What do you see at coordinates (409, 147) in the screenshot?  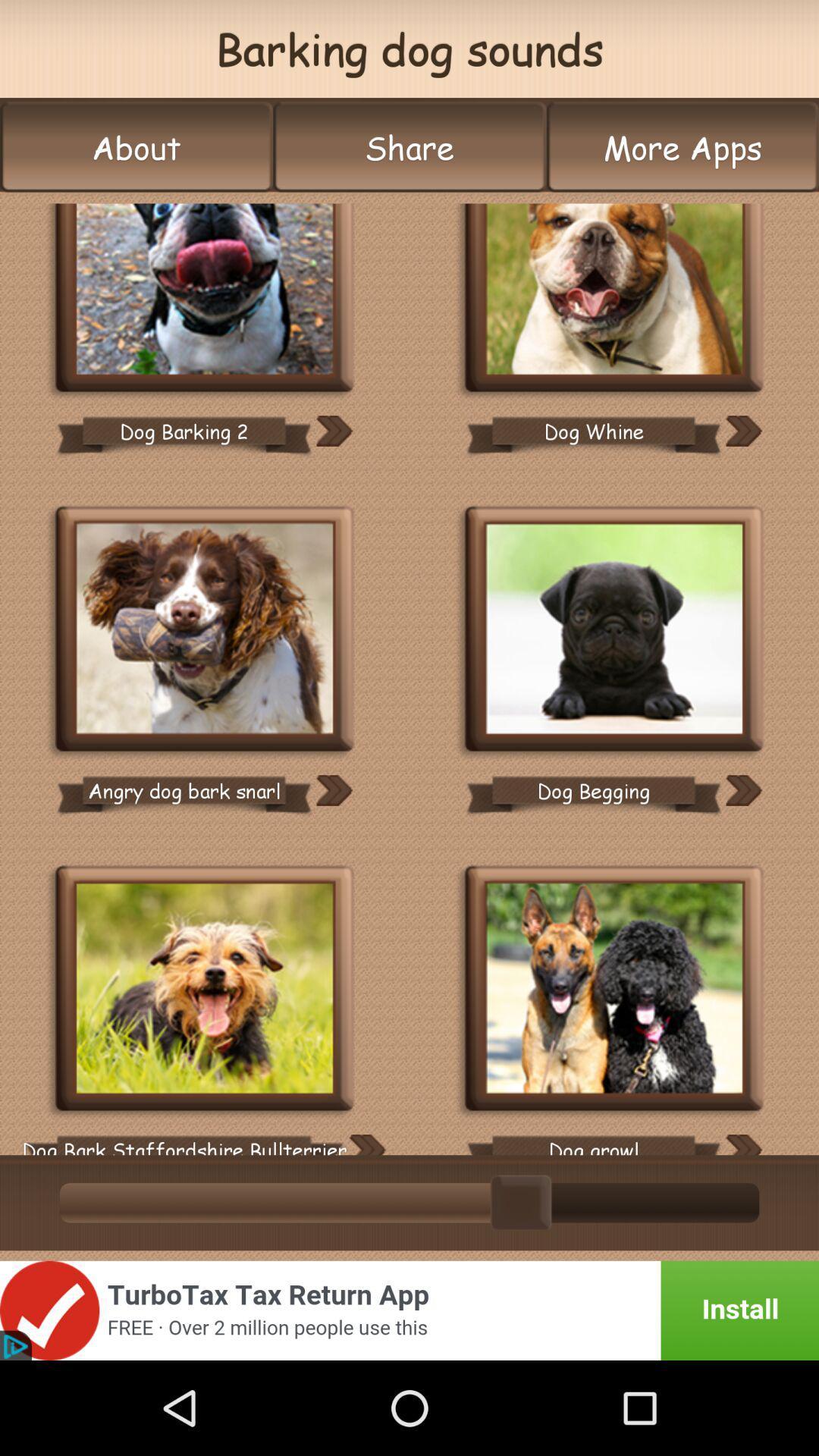 I see `app below the barking dog sounds icon` at bounding box center [409, 147].